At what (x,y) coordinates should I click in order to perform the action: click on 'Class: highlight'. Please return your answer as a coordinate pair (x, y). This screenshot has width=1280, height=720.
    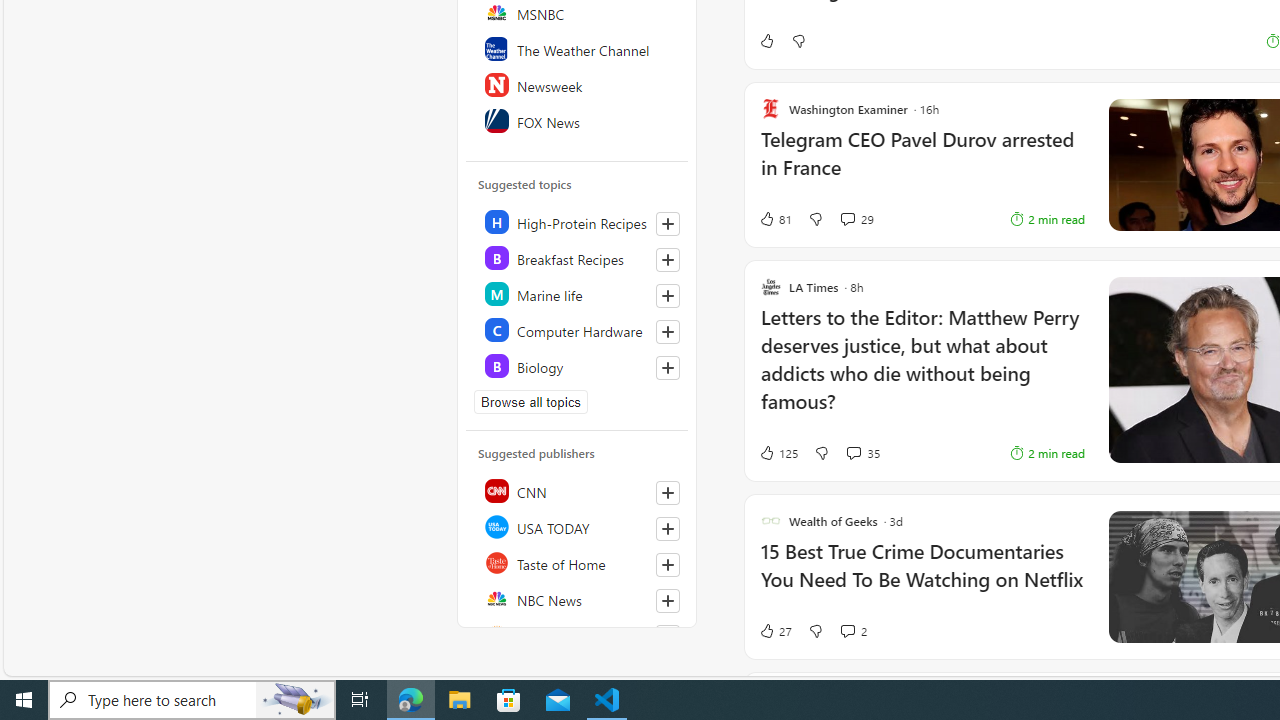
    Looking at the image, I should click on (577, 366).